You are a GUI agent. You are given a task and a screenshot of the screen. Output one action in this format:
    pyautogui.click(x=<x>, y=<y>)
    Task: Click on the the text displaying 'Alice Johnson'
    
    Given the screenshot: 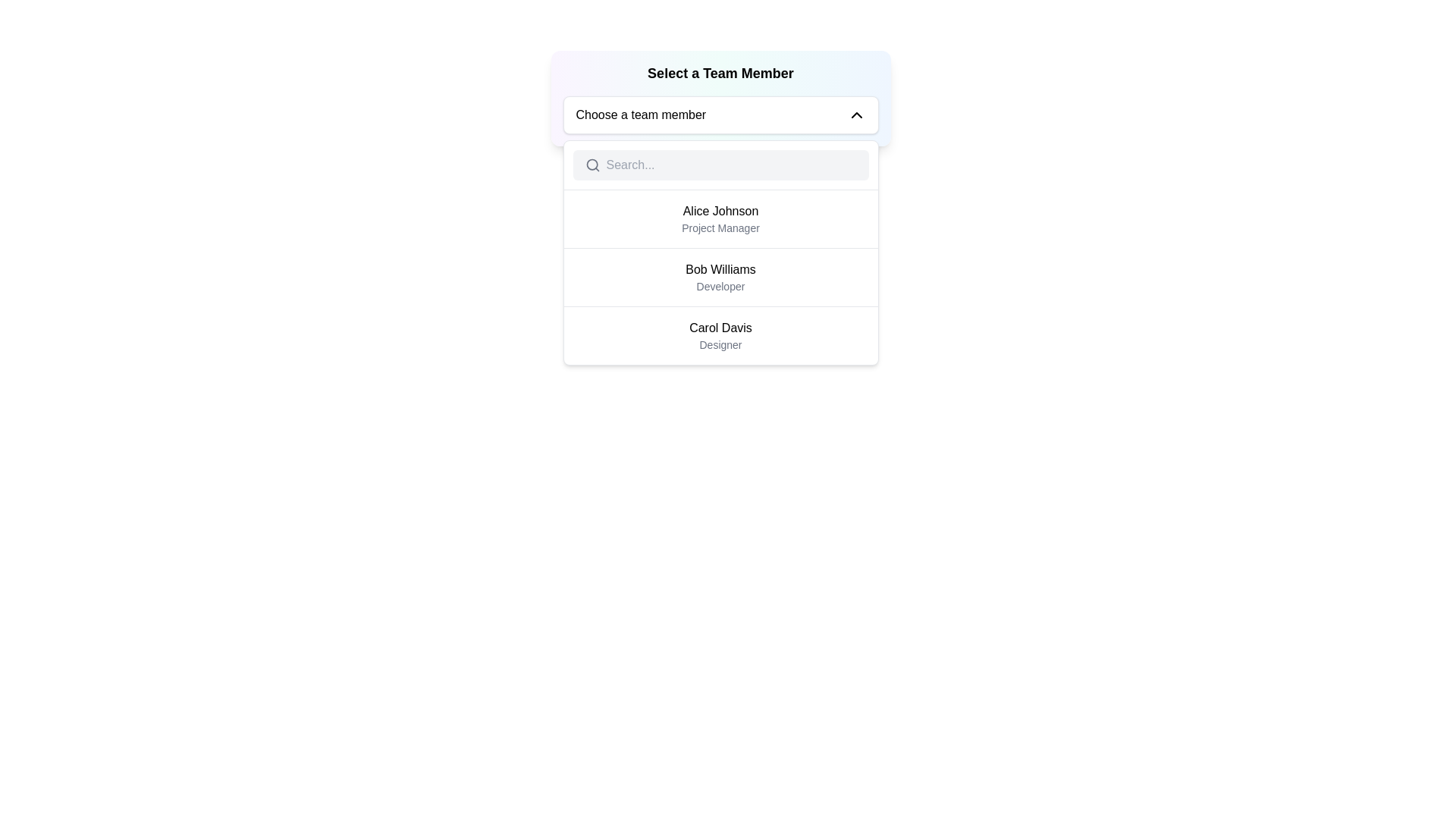 What is the action you would take?
    pyautogui.click(x=720, y=211)
    